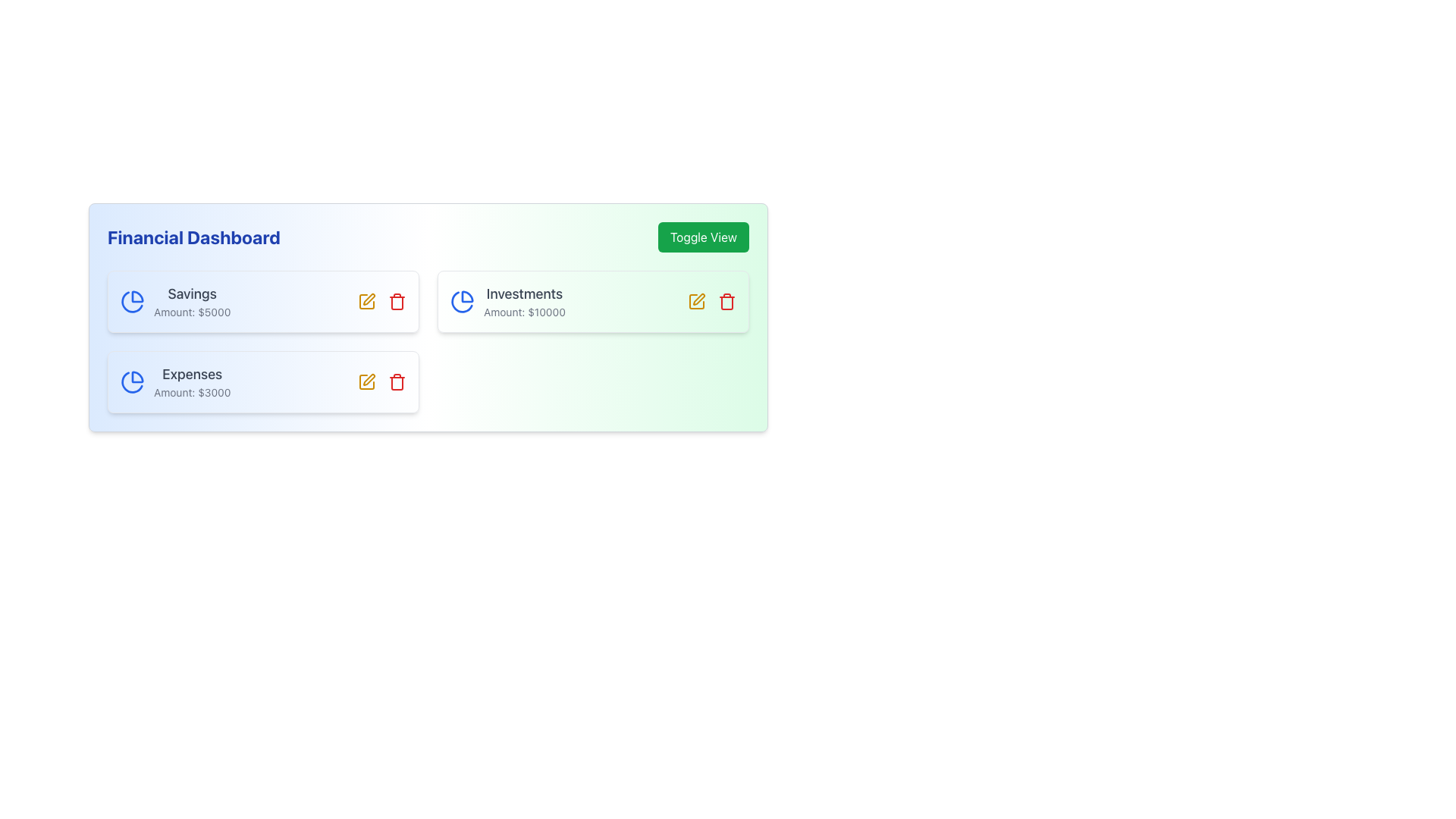 This screenshot has height=819, width=1456. What do you see at coordinates (191, 301) in the screenshot?
I see `text displayed in the Text Display Component, which includes the title 'Savings' and the secondary text 'Amount: $5000', located below the 'Financial Dashboard' label and to the right of a blue circular pie chart icon` at bounding box center [191, 301].